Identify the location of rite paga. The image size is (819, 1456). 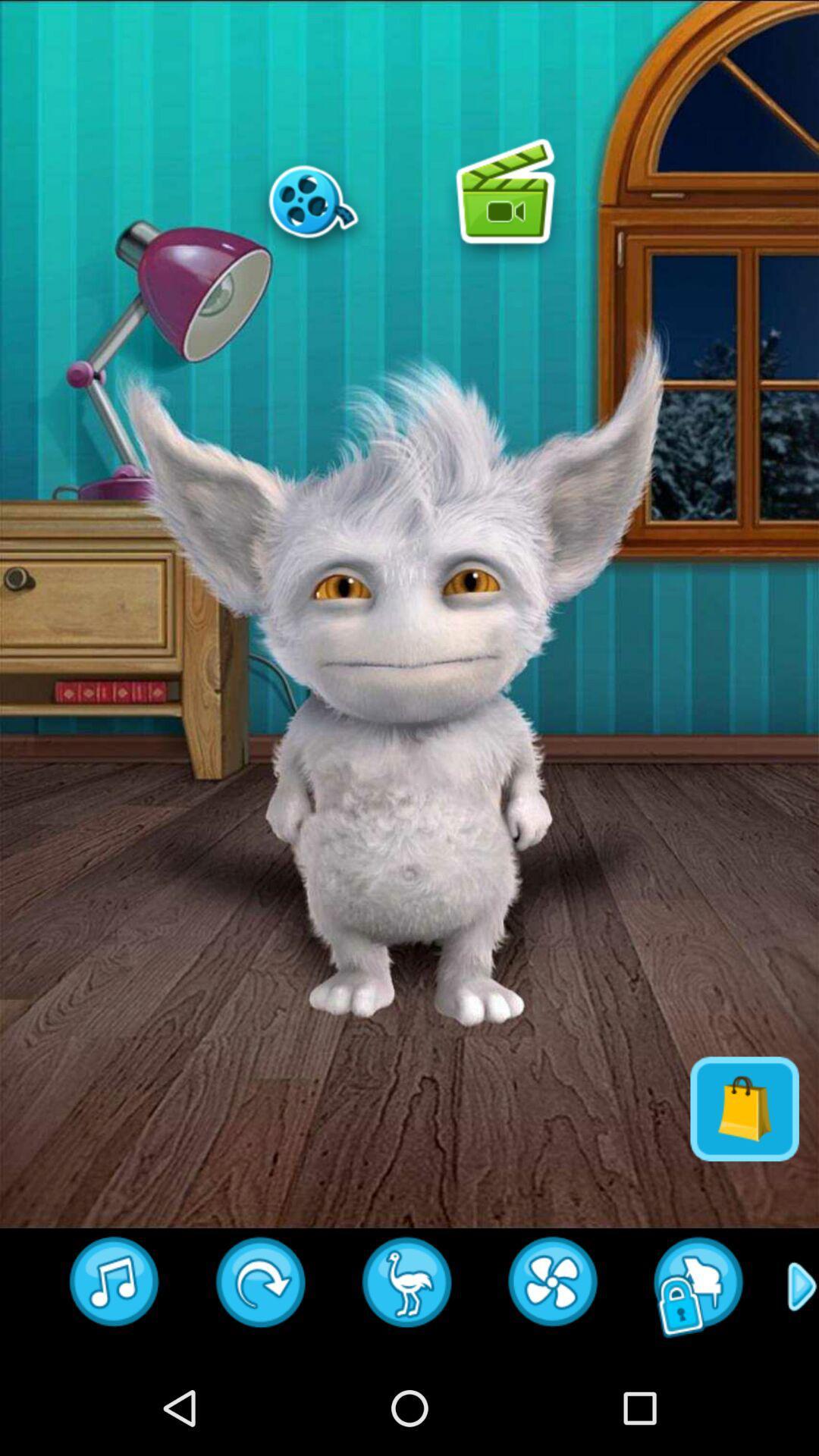
(554, 1286).